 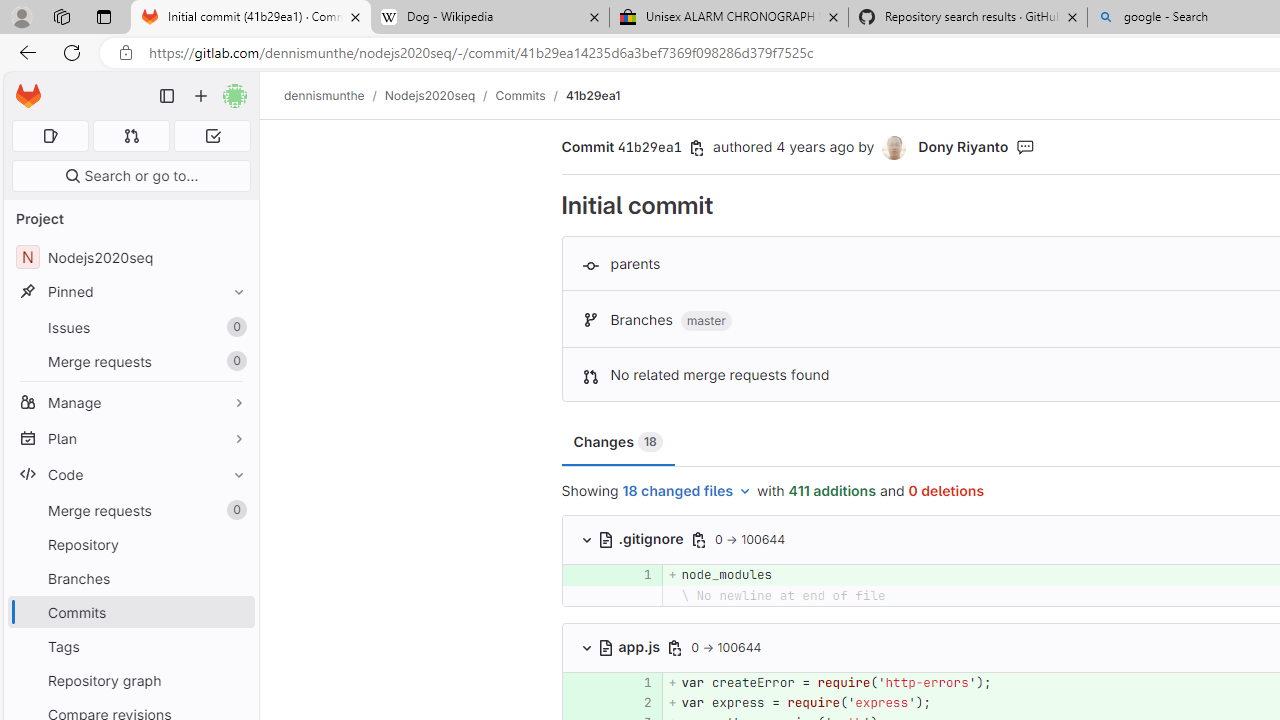 I want to click on 'Workspaces', so click(x=61, y=16).